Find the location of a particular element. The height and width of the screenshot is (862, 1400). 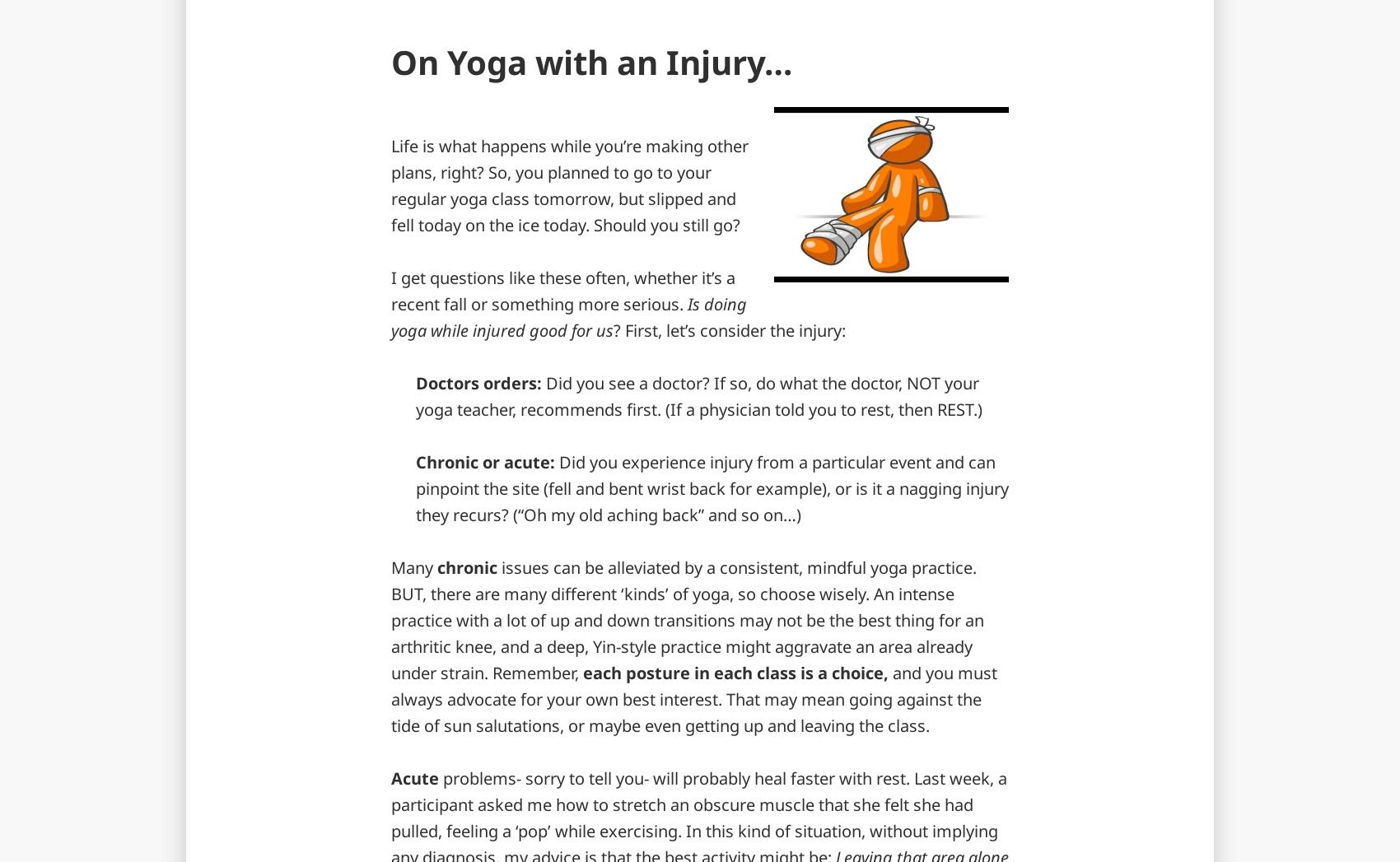

'chronic' is located at coordinates (464, 566).